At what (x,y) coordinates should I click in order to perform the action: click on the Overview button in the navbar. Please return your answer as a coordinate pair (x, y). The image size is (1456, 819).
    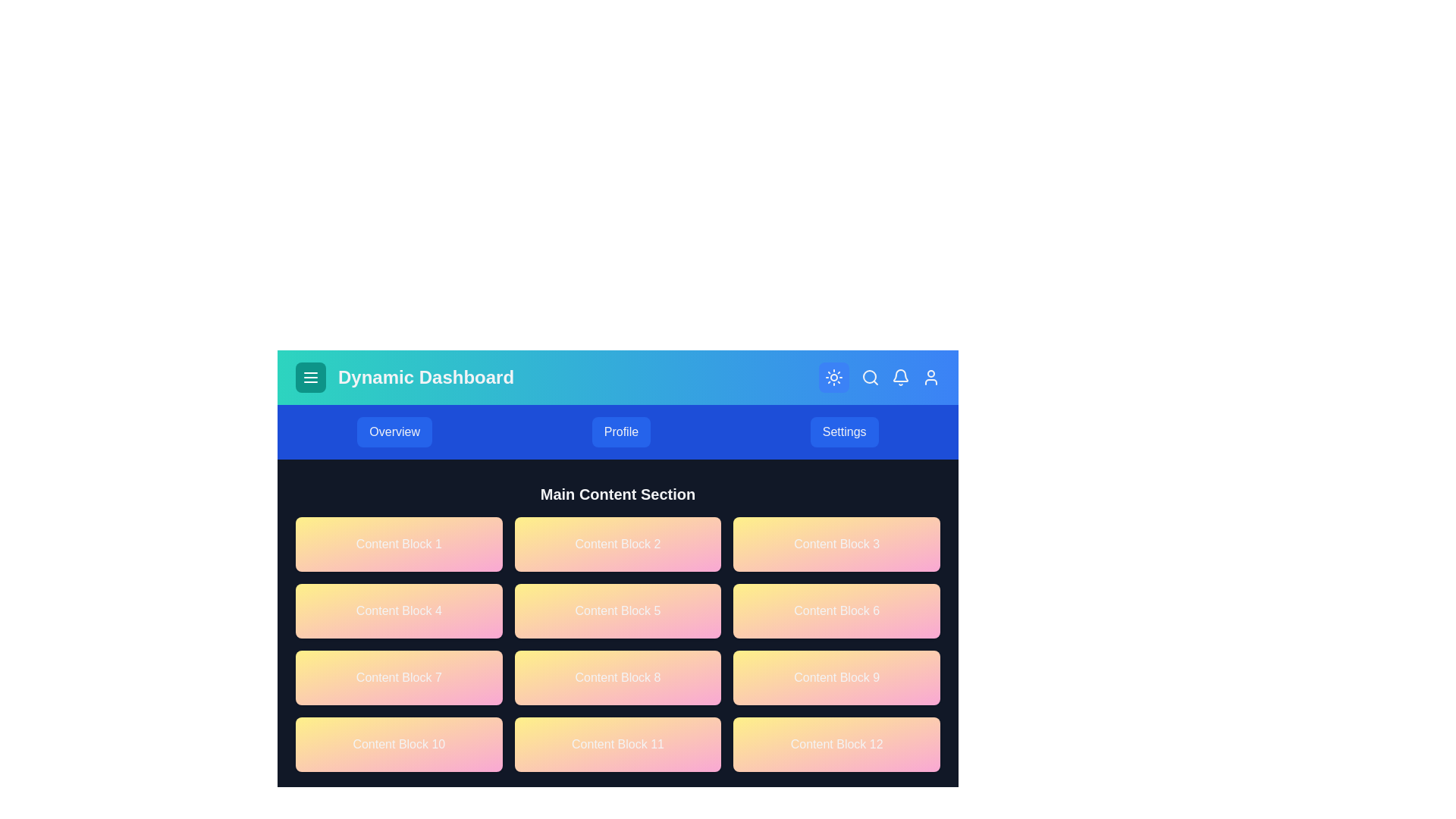
    Looking at the image, I should click on (394, 432).